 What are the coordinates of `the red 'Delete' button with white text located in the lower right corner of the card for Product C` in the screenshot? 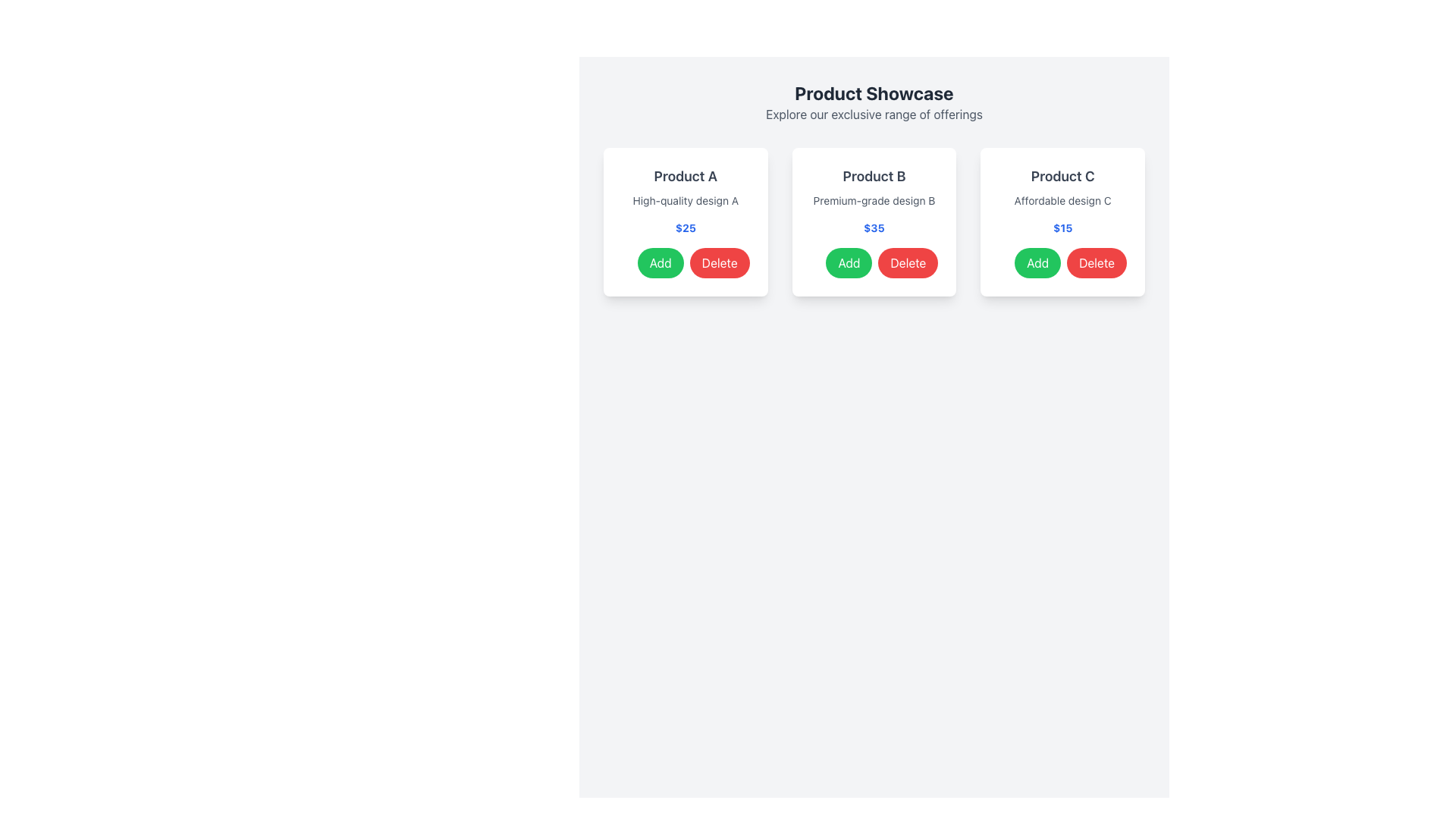 It's located at (1097, 262).